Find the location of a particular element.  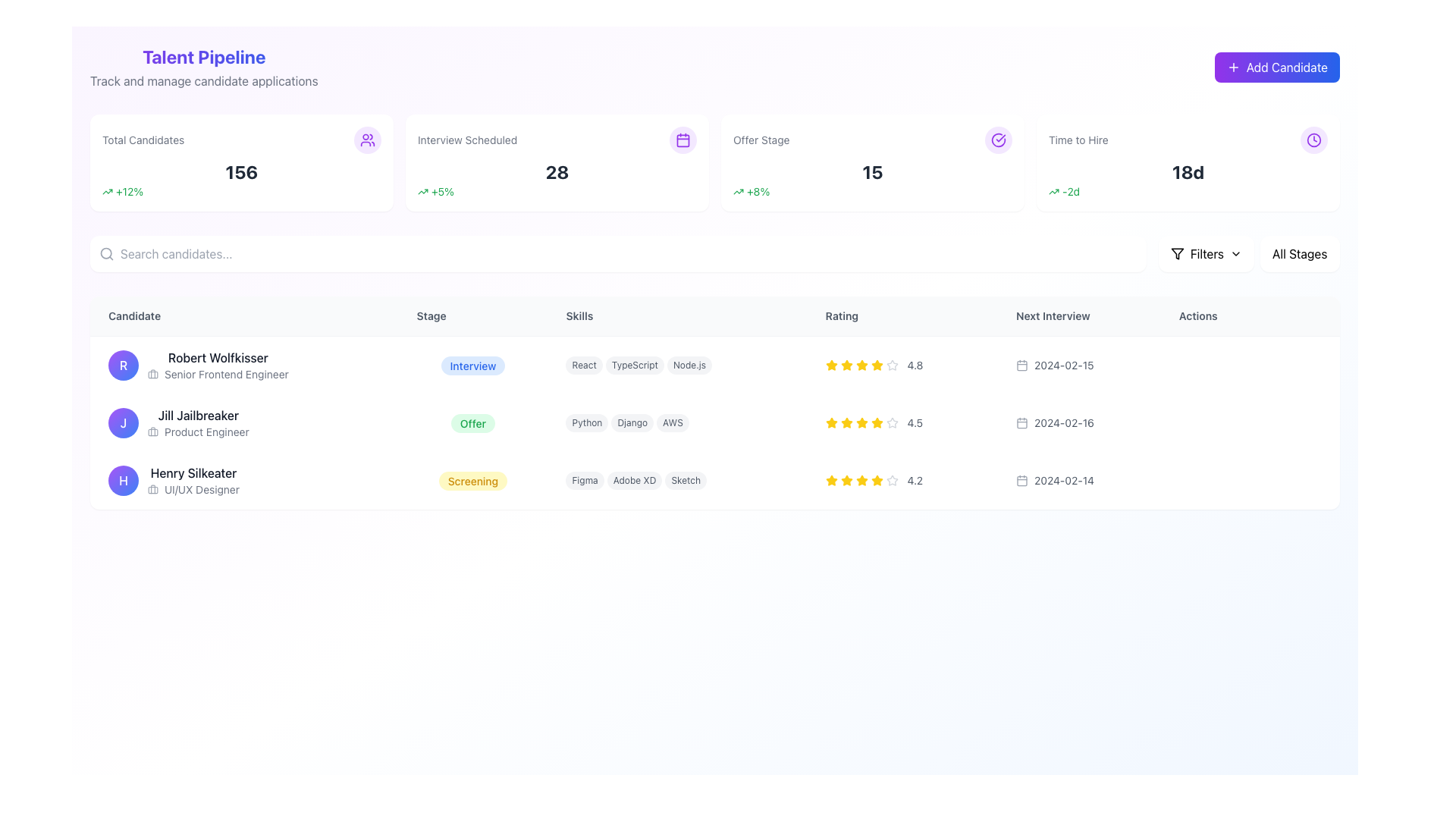

numerical text '4.5' displayed in gray color within the 'Rating' column of the second row in the data table is located at coordinates (914, 423).